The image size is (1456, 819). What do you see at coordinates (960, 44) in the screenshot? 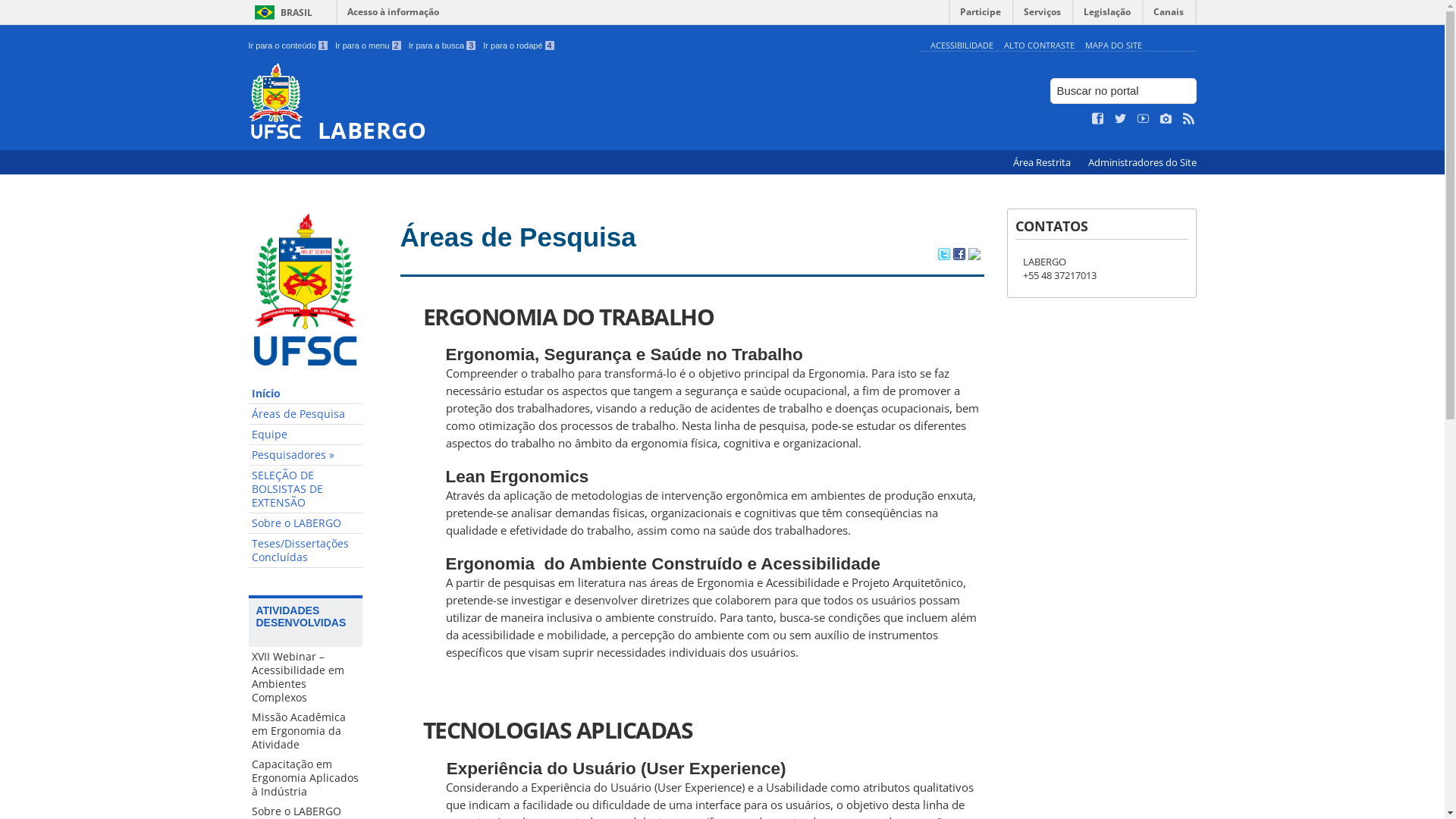
I see `'ACESSIBILIDADE'` at bounding box center [960, 44].